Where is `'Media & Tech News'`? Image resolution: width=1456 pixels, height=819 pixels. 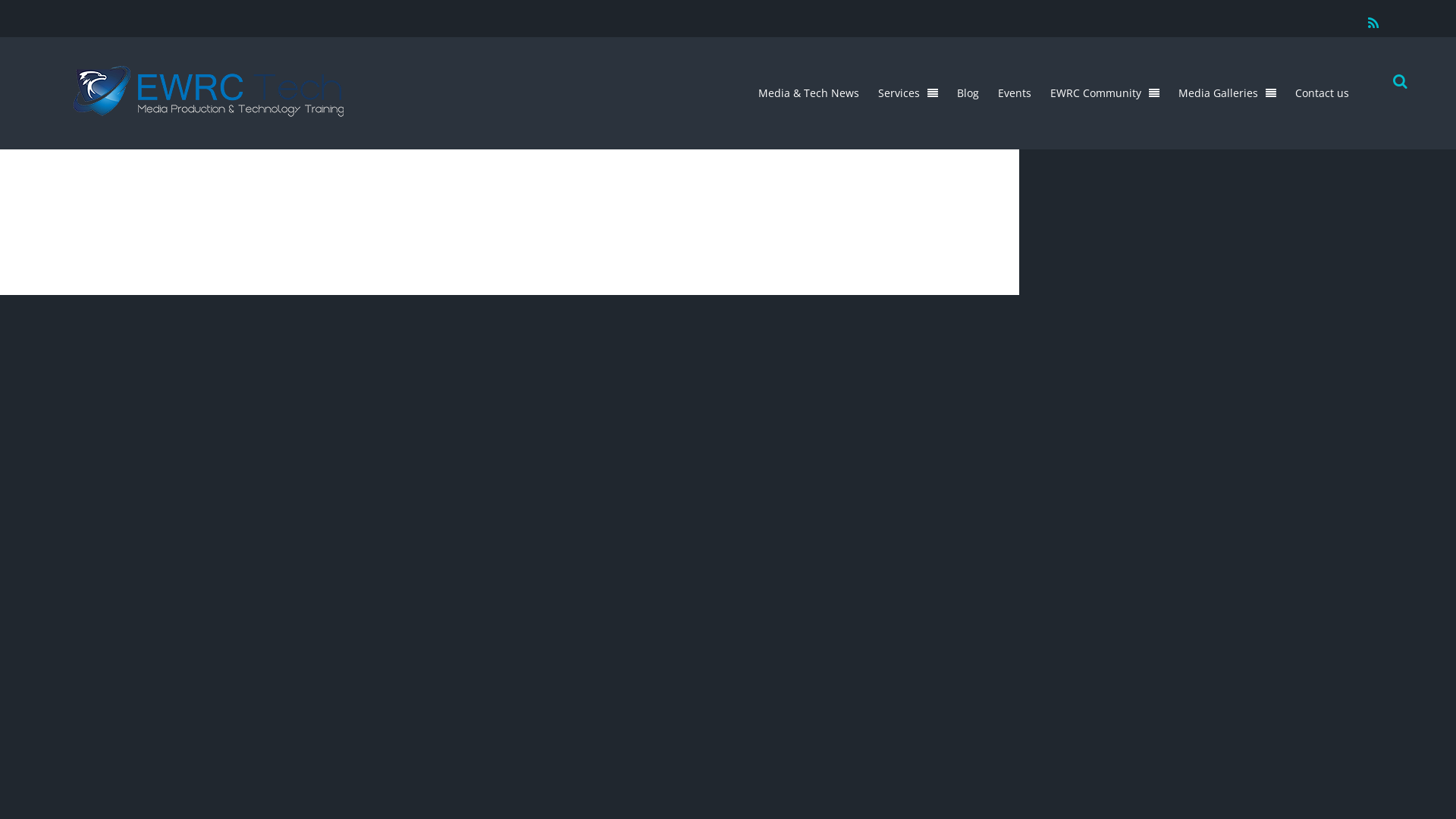
'Media & Tech News' is located at coordinates (808, 93).